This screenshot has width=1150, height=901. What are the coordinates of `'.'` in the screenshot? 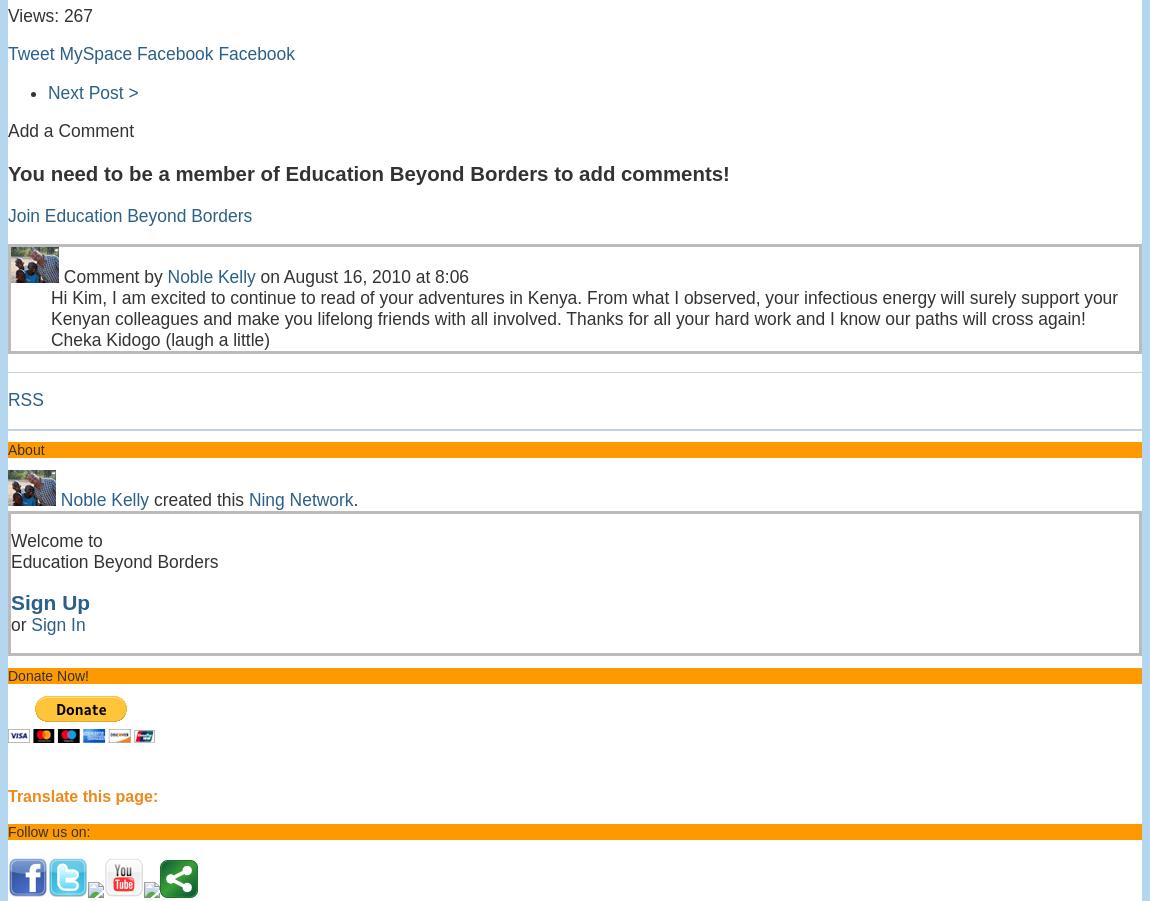 It's located at (355, 498).